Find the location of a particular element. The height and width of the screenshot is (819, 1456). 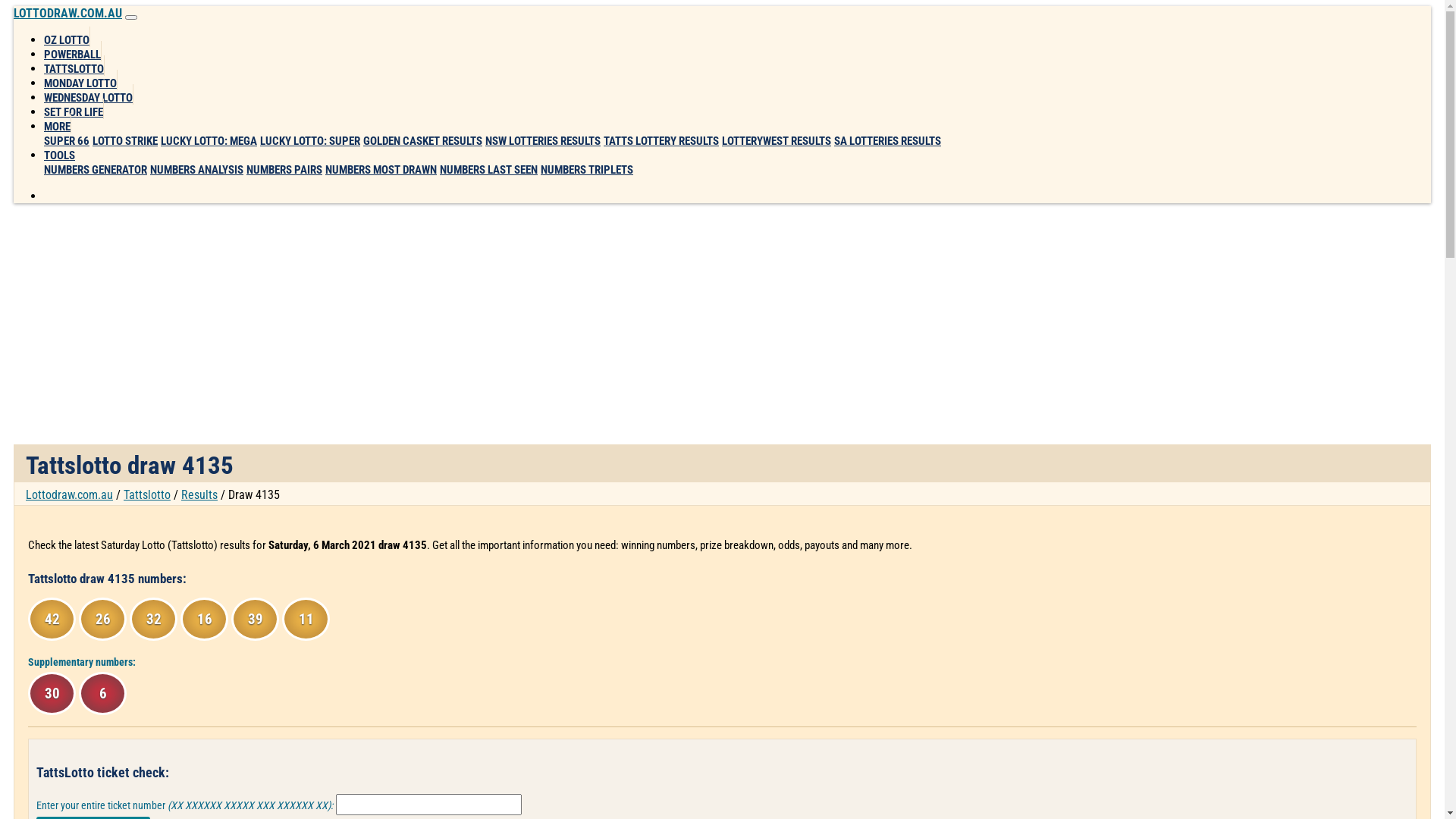

'NUMBERS LAST SEEN' is located at coordinates (488, 169).